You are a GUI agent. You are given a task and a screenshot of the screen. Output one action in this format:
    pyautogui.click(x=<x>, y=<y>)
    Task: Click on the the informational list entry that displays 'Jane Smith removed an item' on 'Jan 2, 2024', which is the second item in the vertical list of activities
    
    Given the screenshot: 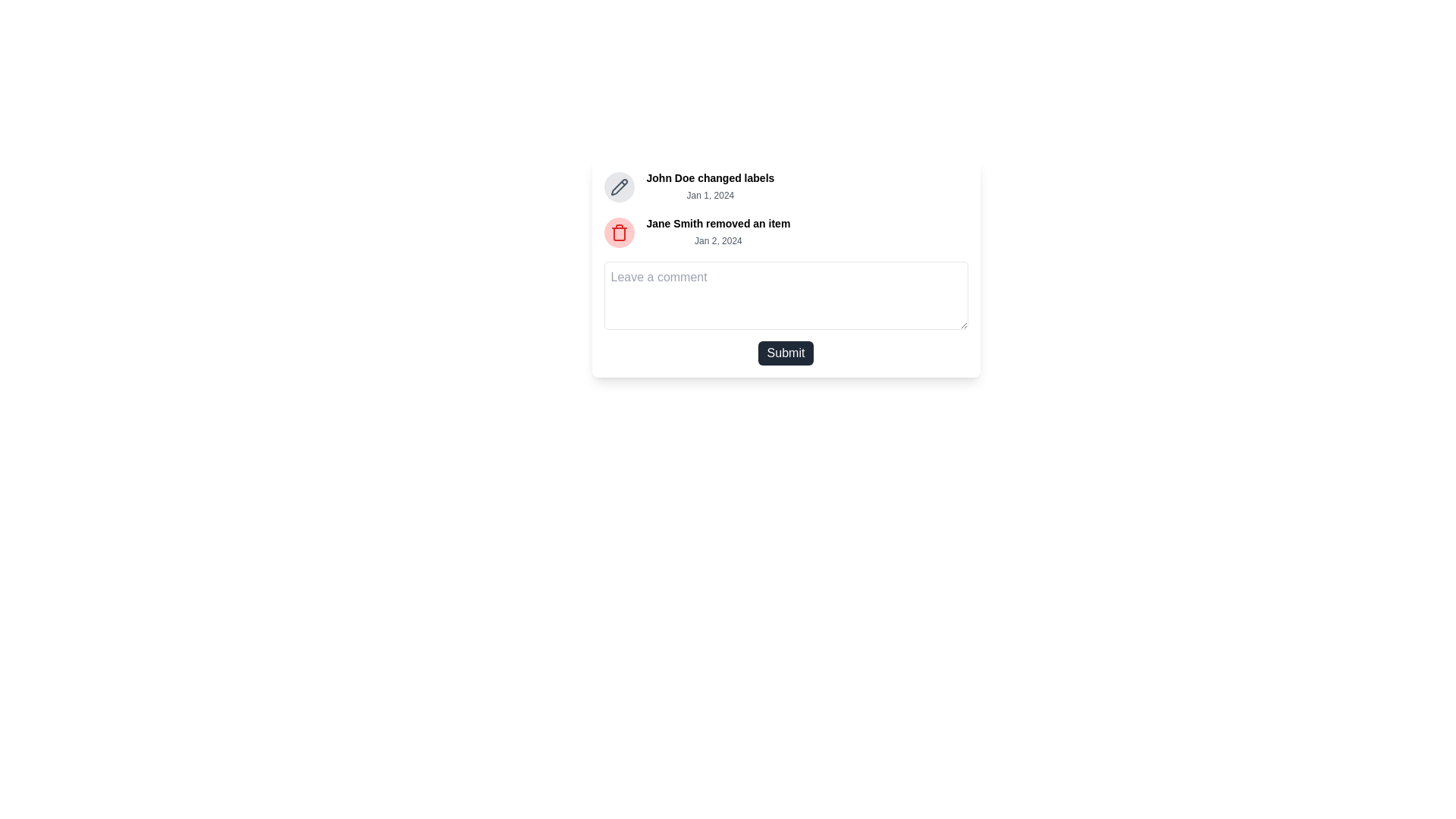 What is the action you would take?
    pyautogui.click(x=786, y=233)
    